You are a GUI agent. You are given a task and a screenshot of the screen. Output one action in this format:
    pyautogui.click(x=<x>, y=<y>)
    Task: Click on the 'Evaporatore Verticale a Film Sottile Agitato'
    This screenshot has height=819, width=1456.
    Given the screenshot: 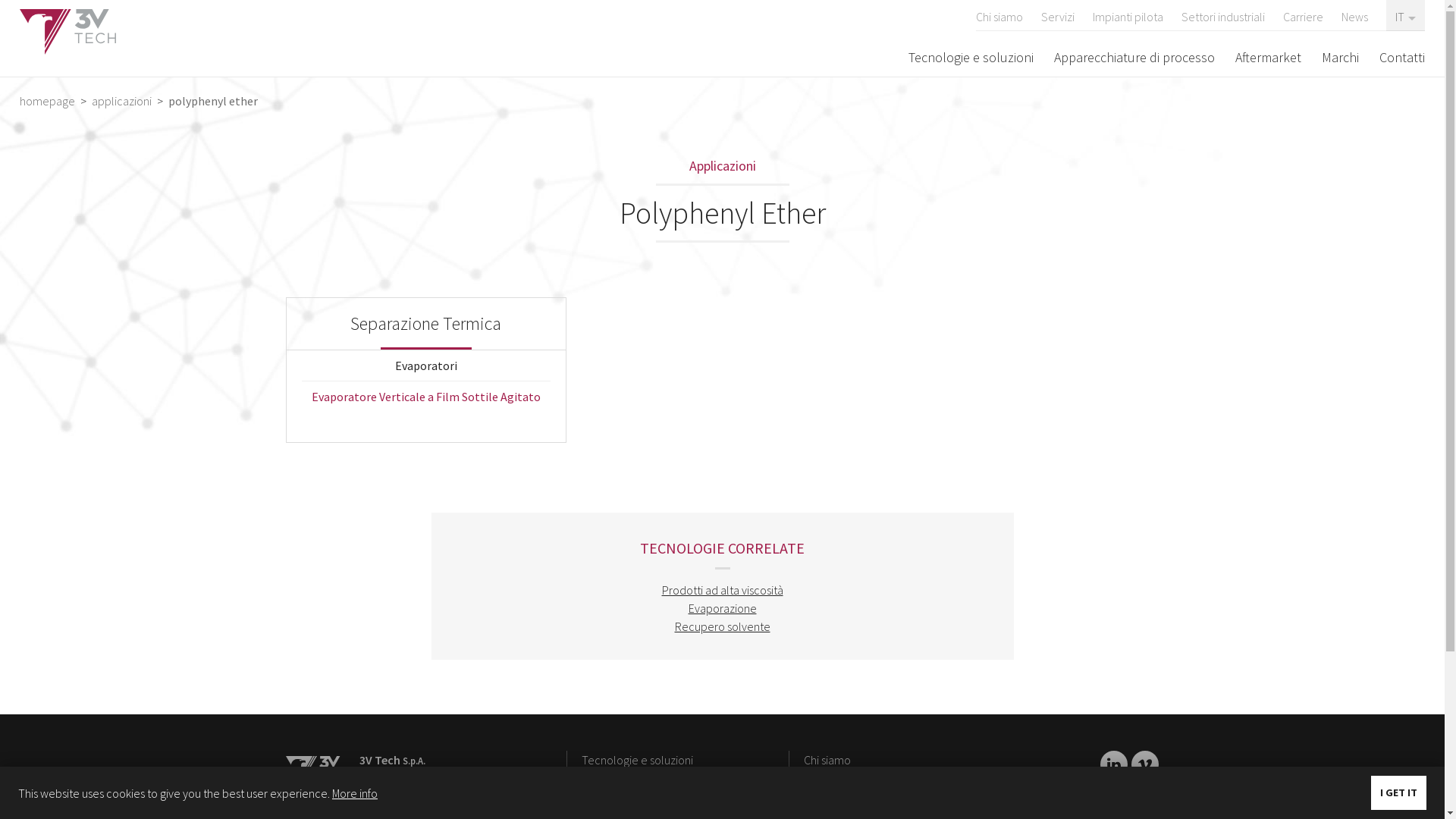 What is the action you would take?
    pyautogui.click(x=425, y=396)
    